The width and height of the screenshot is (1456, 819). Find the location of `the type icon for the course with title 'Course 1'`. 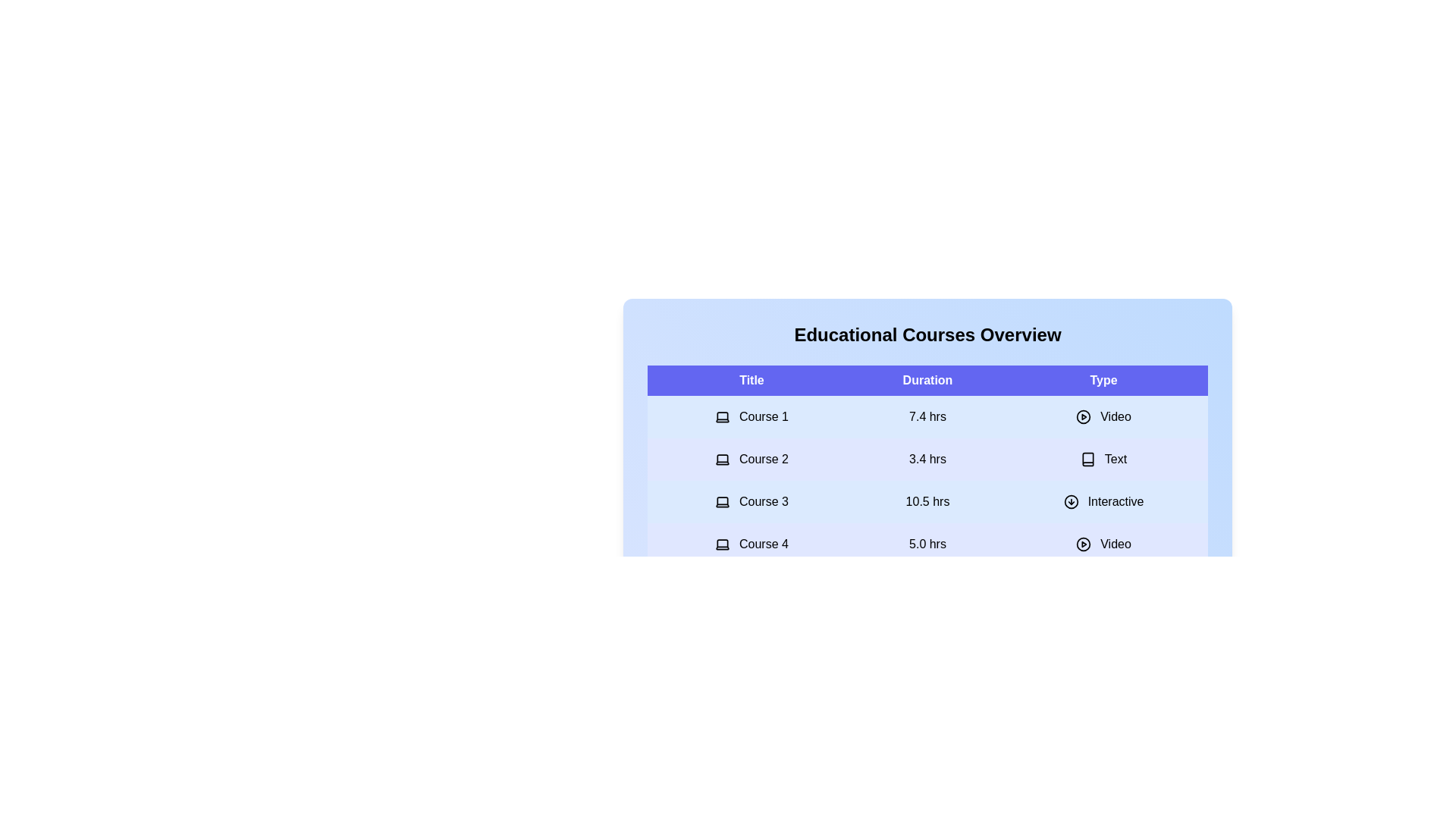

the type icon for the course with title 'Course 1' is located at coordinates (1083, 417).